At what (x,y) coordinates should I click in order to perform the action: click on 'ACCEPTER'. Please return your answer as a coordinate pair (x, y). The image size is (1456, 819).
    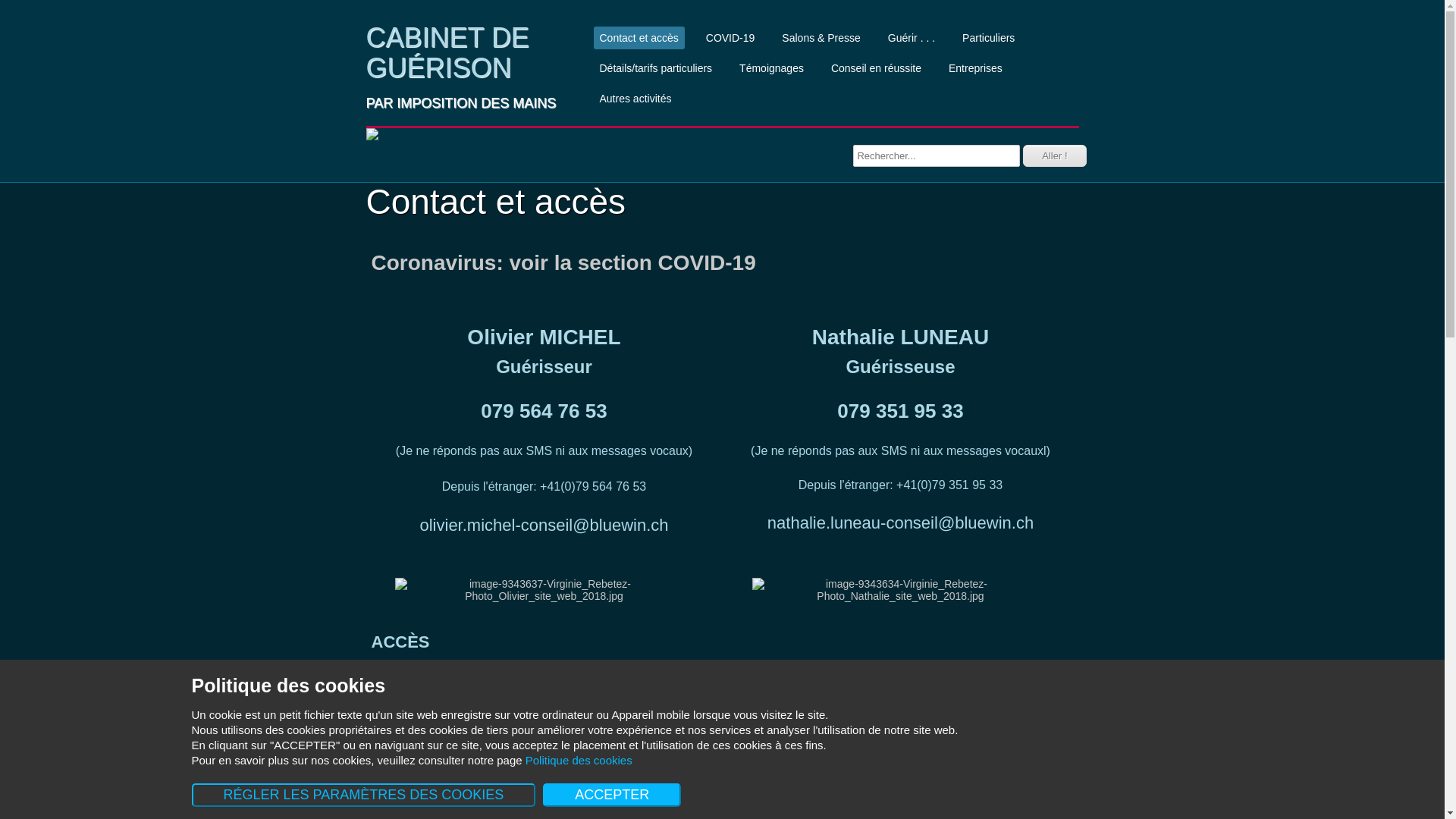
    Looking at the image, I should click on (611, 794).